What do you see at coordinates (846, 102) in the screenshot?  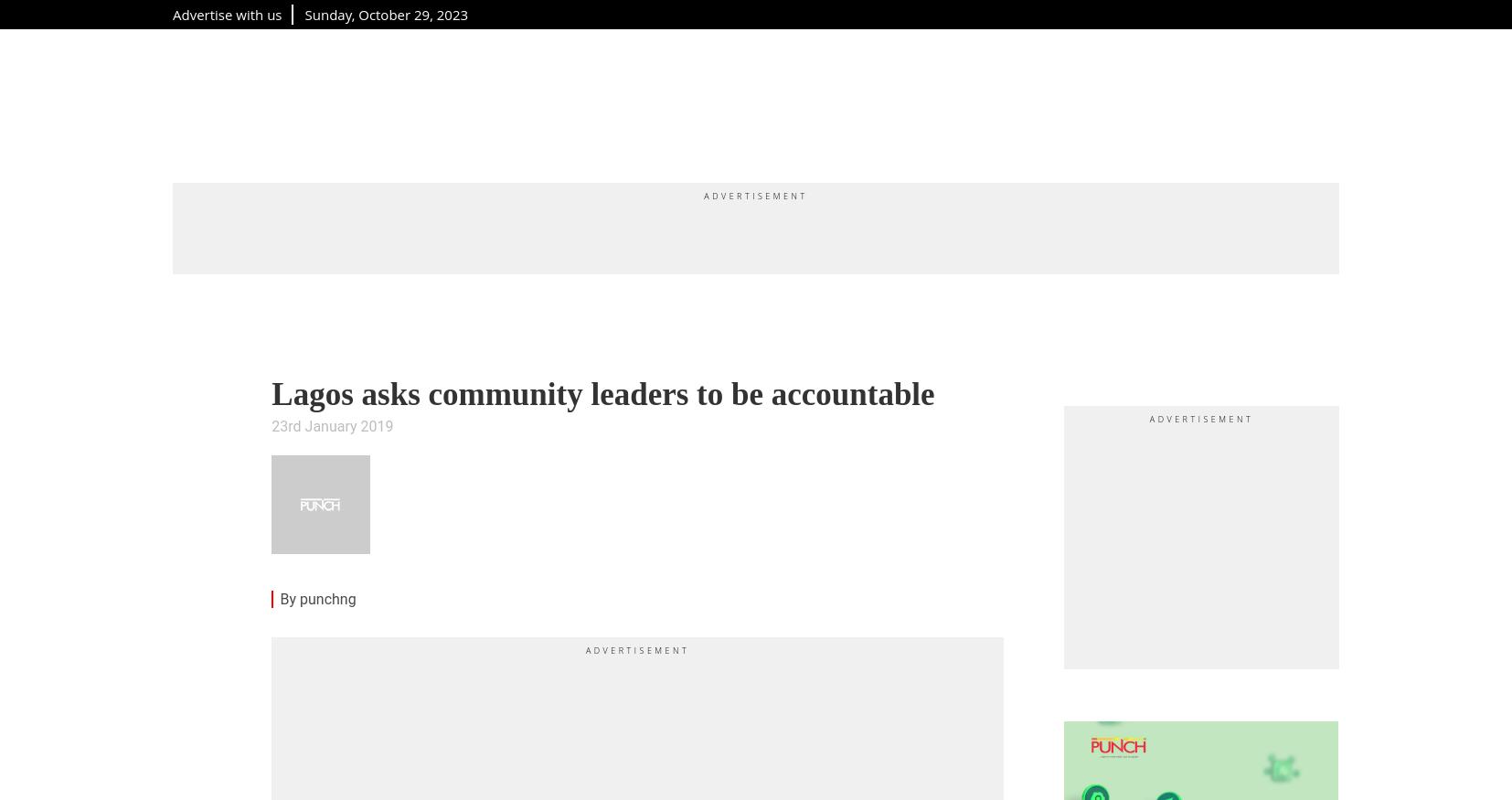 I see `'Business'` at bounding box center [846, 102].